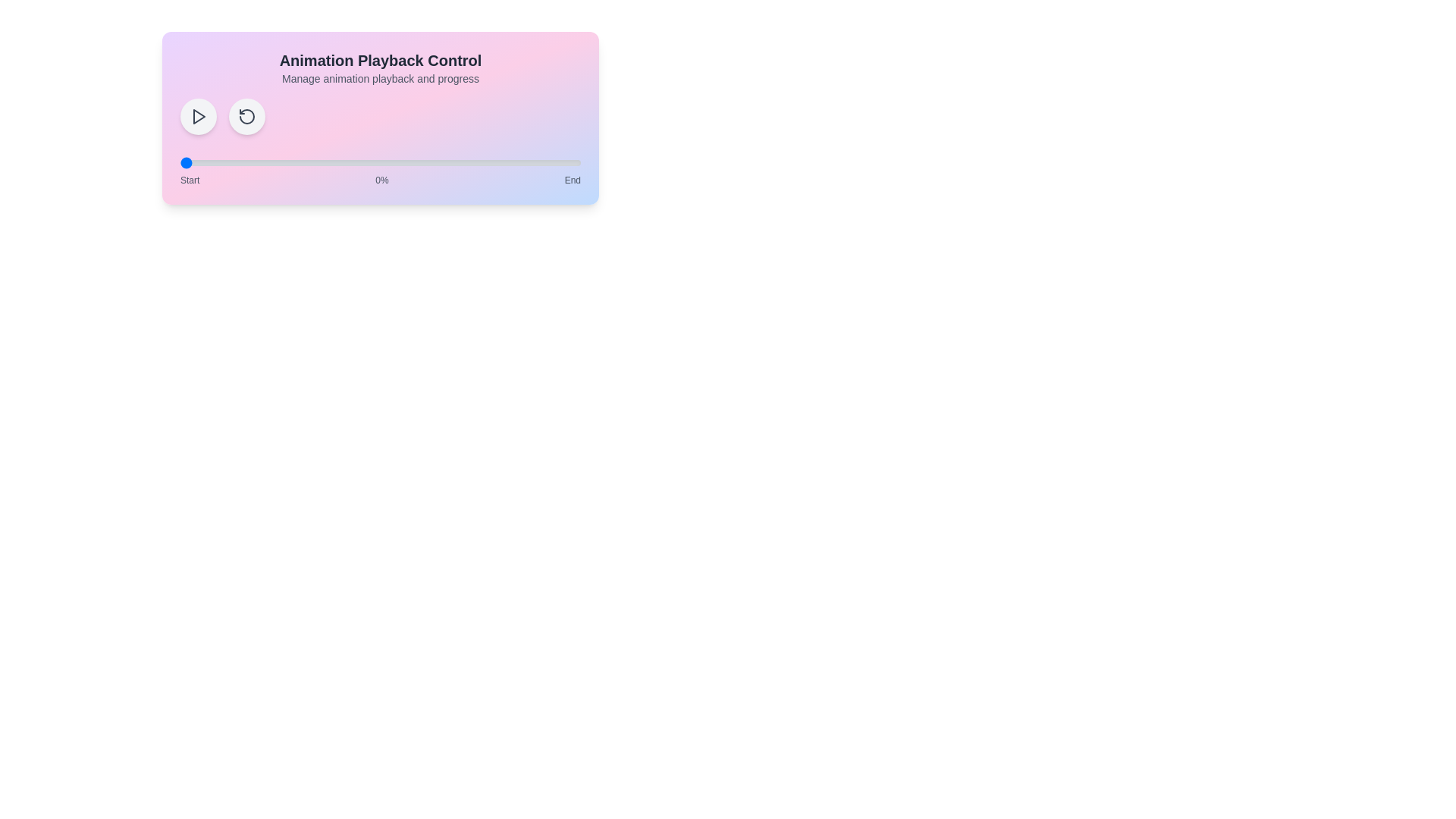 The height and width of the screenshot is (819, 1456). I want to click on the animation progress to 9% by interacting with the range slider, so click(215, 163).